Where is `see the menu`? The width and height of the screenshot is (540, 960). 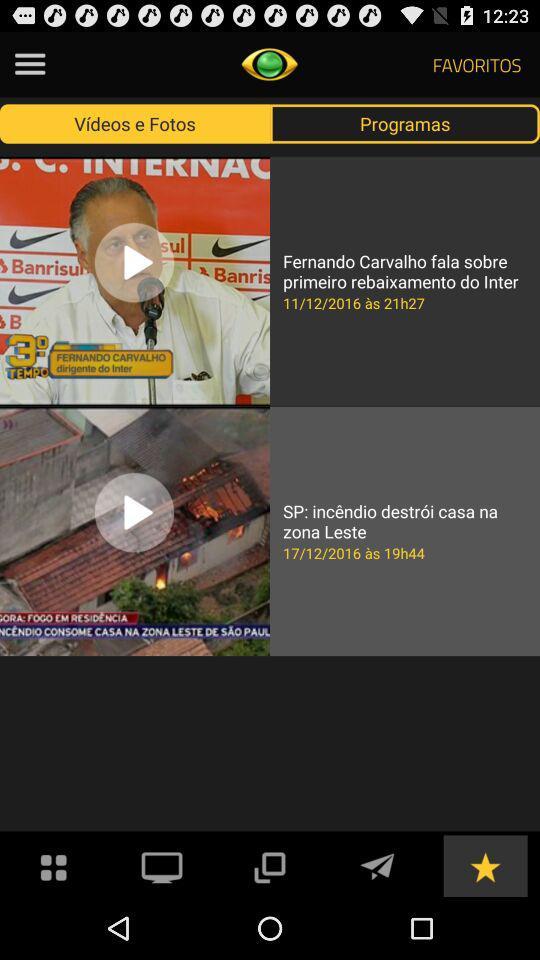 see the menu is located at coordinates (29, 64).